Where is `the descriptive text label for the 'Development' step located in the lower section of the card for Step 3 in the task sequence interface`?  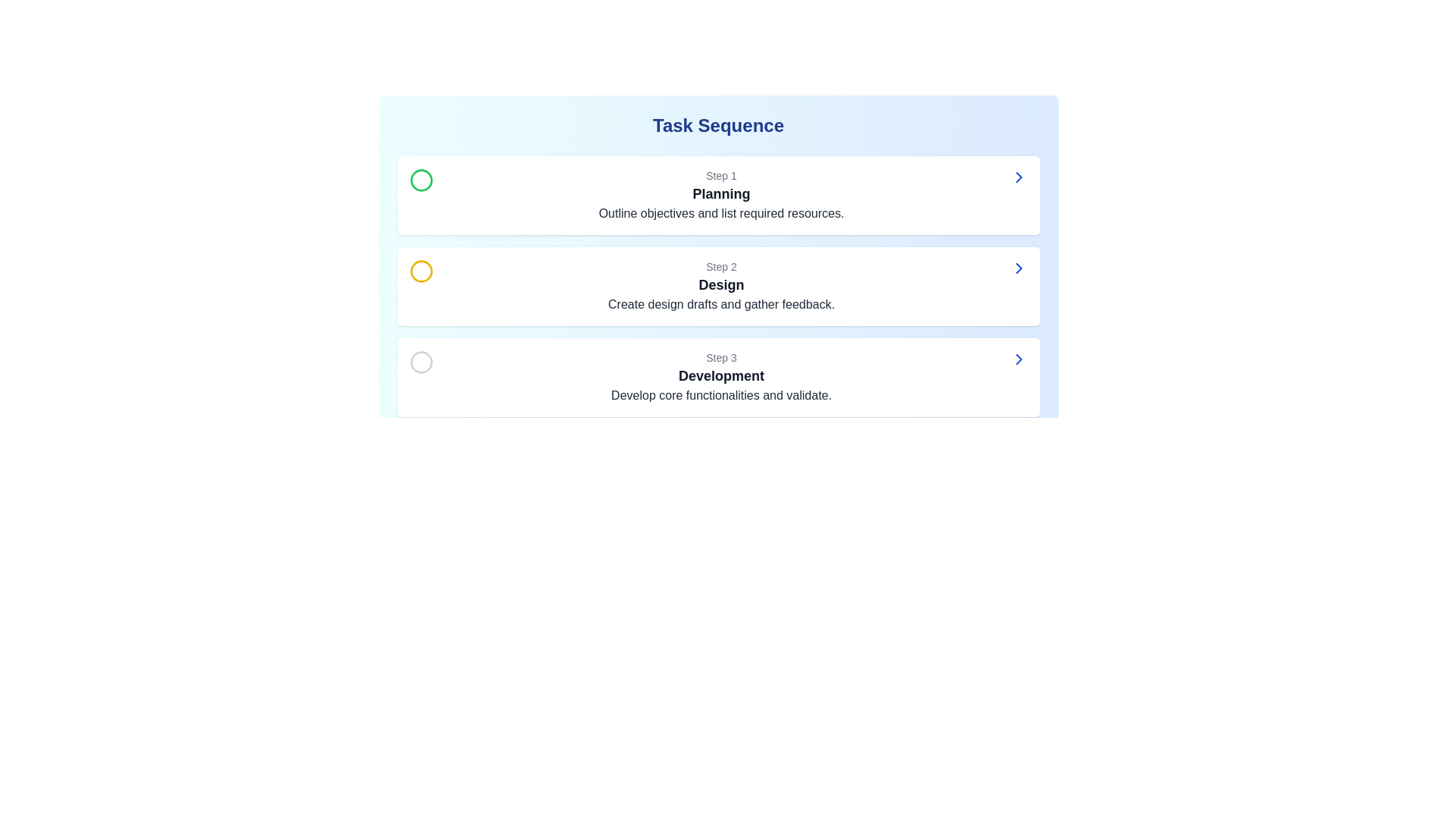
the descriptive text label for the 'Development' step located in the lower section of the card for Step 3 in the task sequence interface is located at coordinates (720, 394).